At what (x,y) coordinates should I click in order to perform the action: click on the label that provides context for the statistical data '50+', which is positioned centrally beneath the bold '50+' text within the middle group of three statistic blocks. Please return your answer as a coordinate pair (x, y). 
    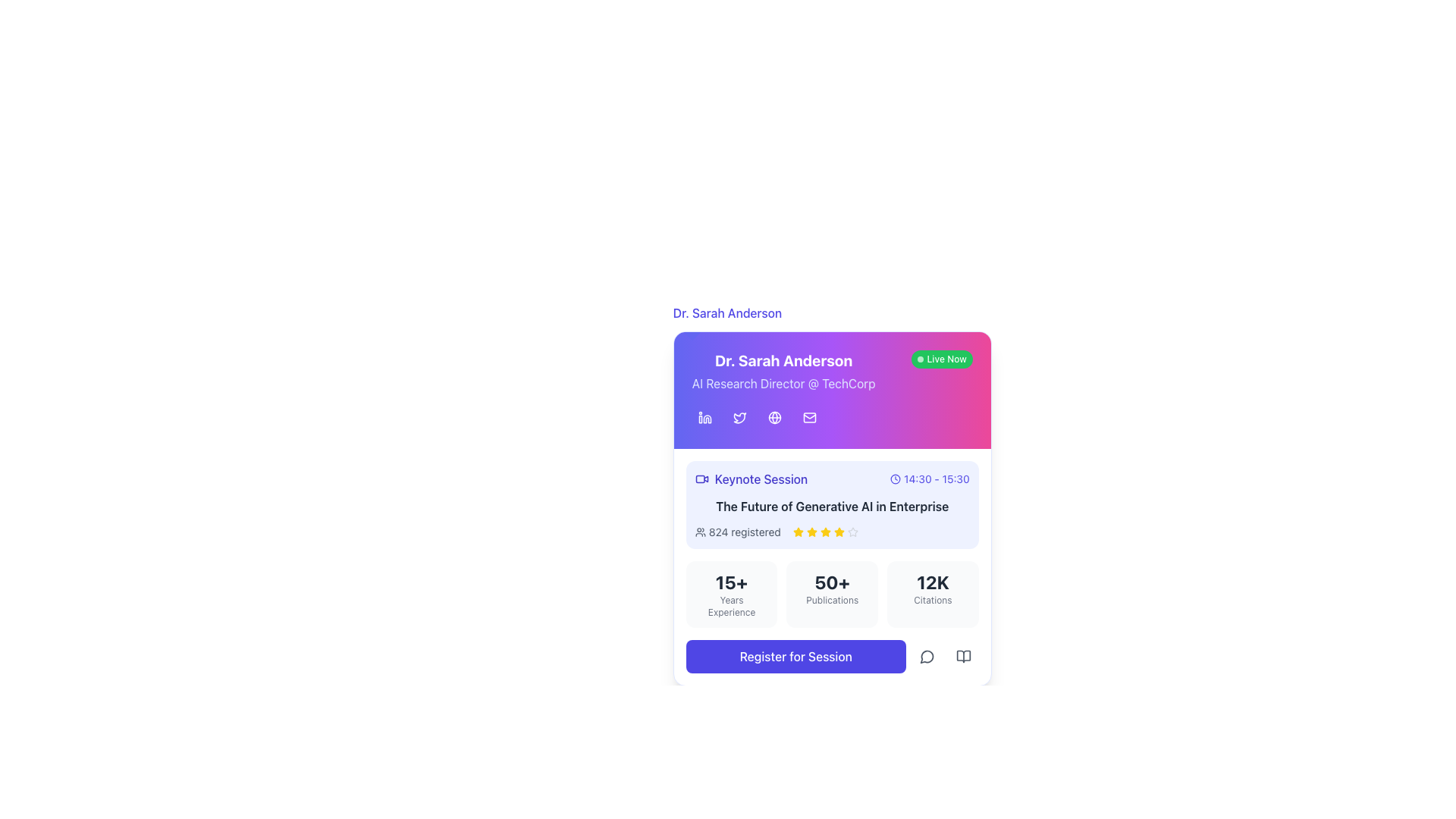
    Looking at the image, I should click on (831, 599).